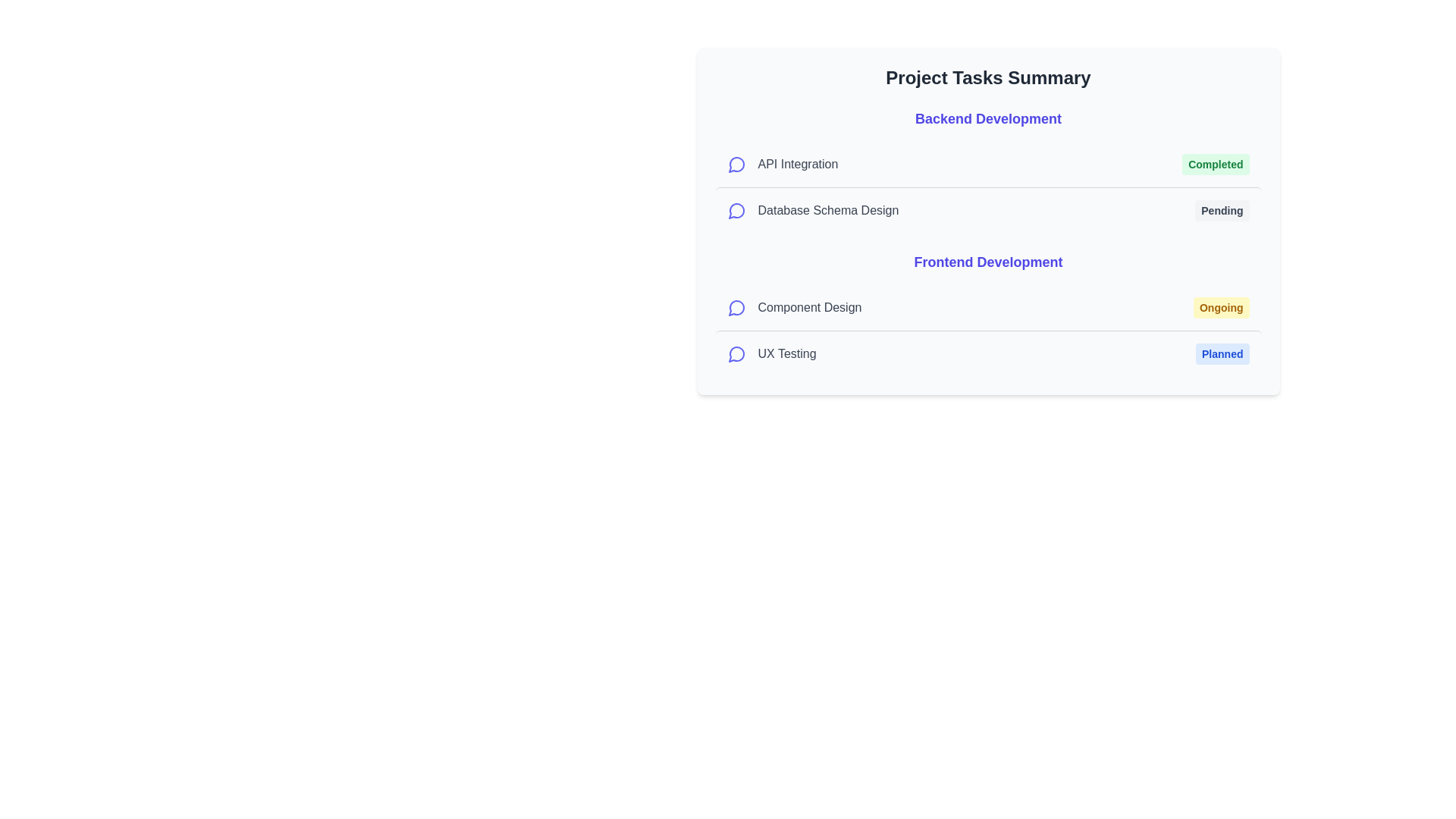 The width and height of the screenshot is (1456, 819). What do you see at coordinates (827, 210) in the screenshot?
I see `the text label displaying 'Database Schema Design' which is the second task item under 'Backend Development'` at bounding box center [827, 210].